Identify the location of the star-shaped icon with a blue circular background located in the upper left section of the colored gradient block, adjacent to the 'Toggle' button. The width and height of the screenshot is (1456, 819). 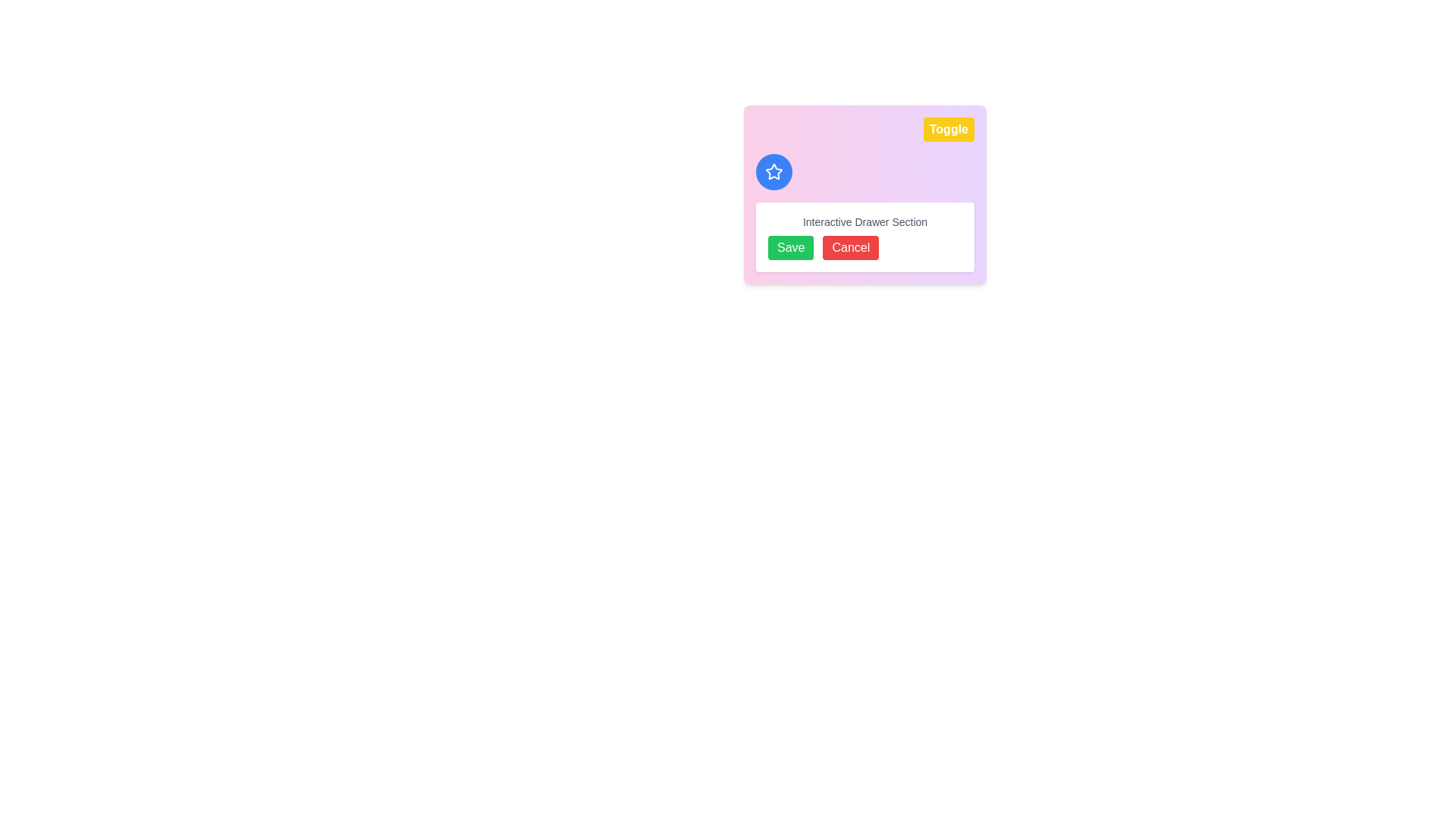
(774, 171).